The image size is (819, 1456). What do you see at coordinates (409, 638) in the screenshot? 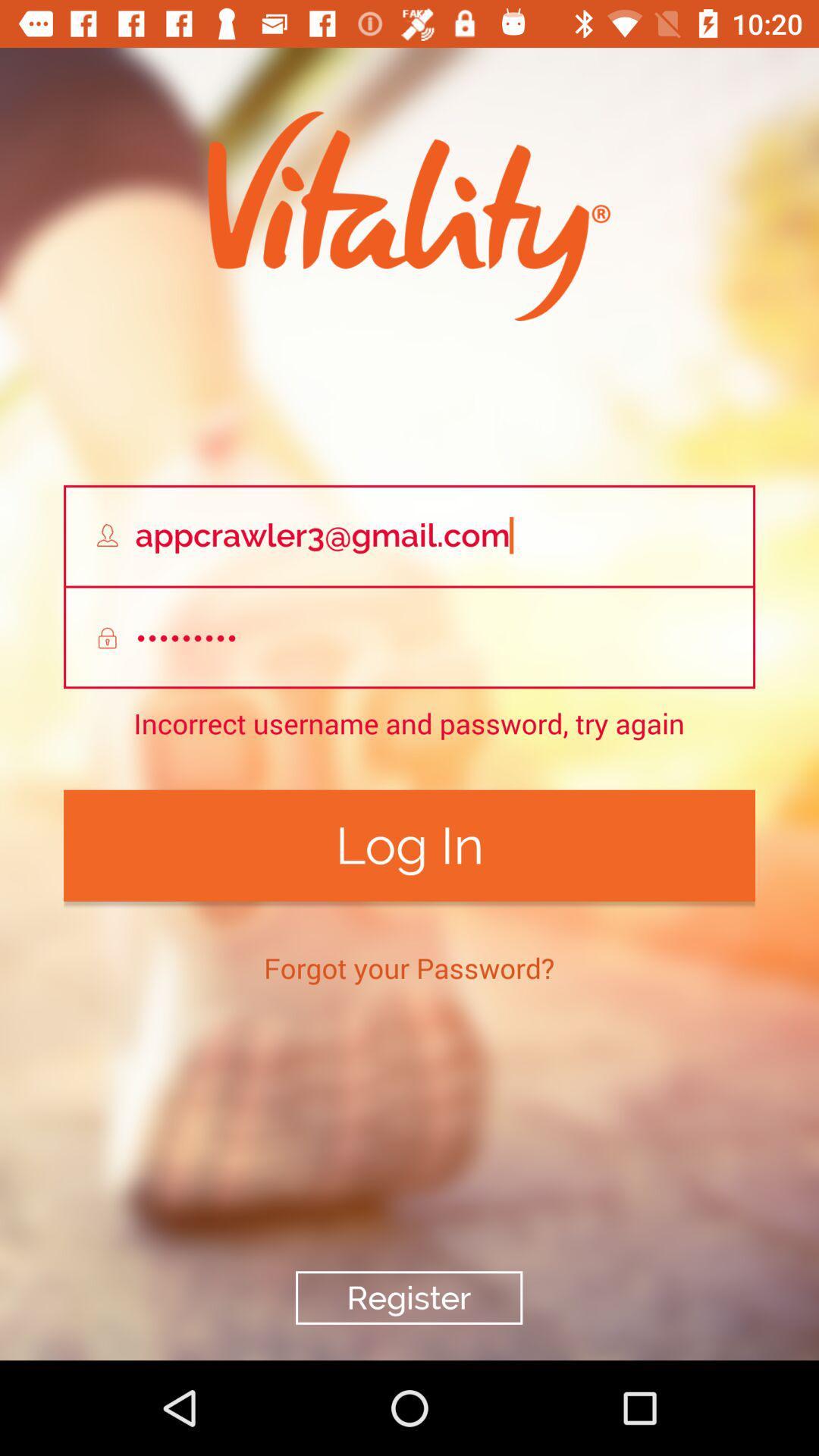
I see `crowd3116` at bounding box center [409, 638].